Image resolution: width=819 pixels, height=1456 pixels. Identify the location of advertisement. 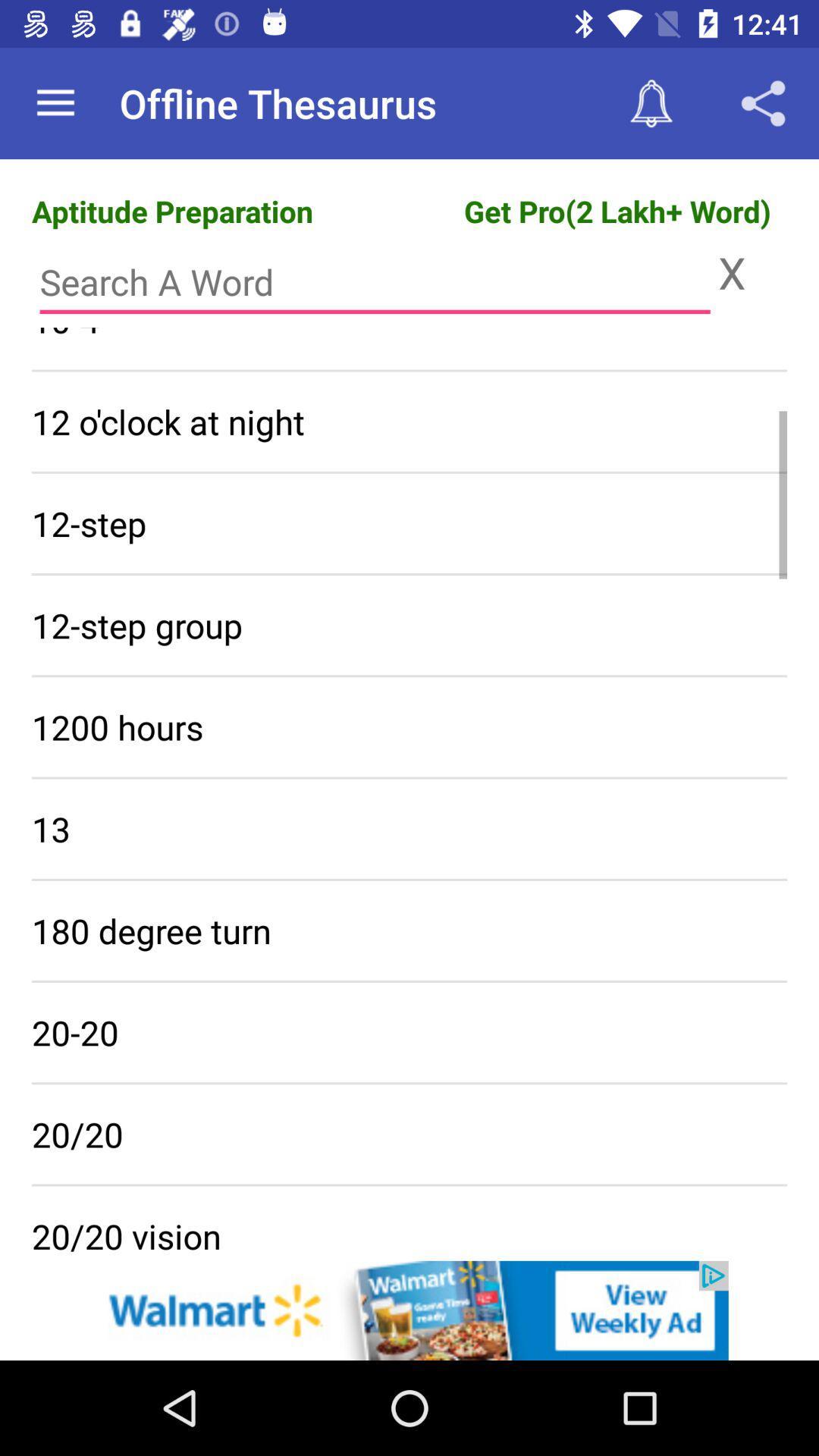
(409, 1310).